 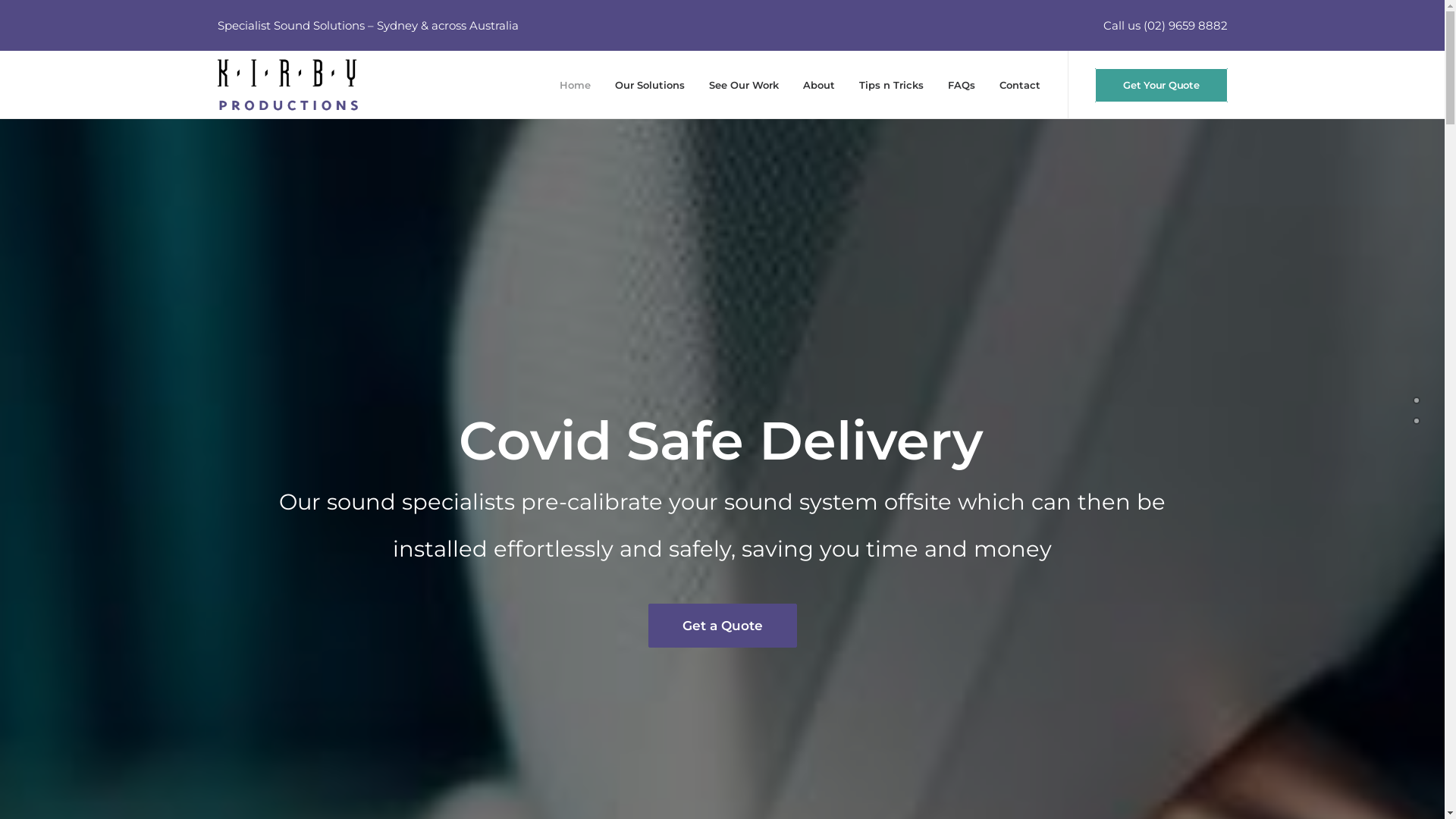 I want to click on 'Our Solutions', so click(x=650, y=84).